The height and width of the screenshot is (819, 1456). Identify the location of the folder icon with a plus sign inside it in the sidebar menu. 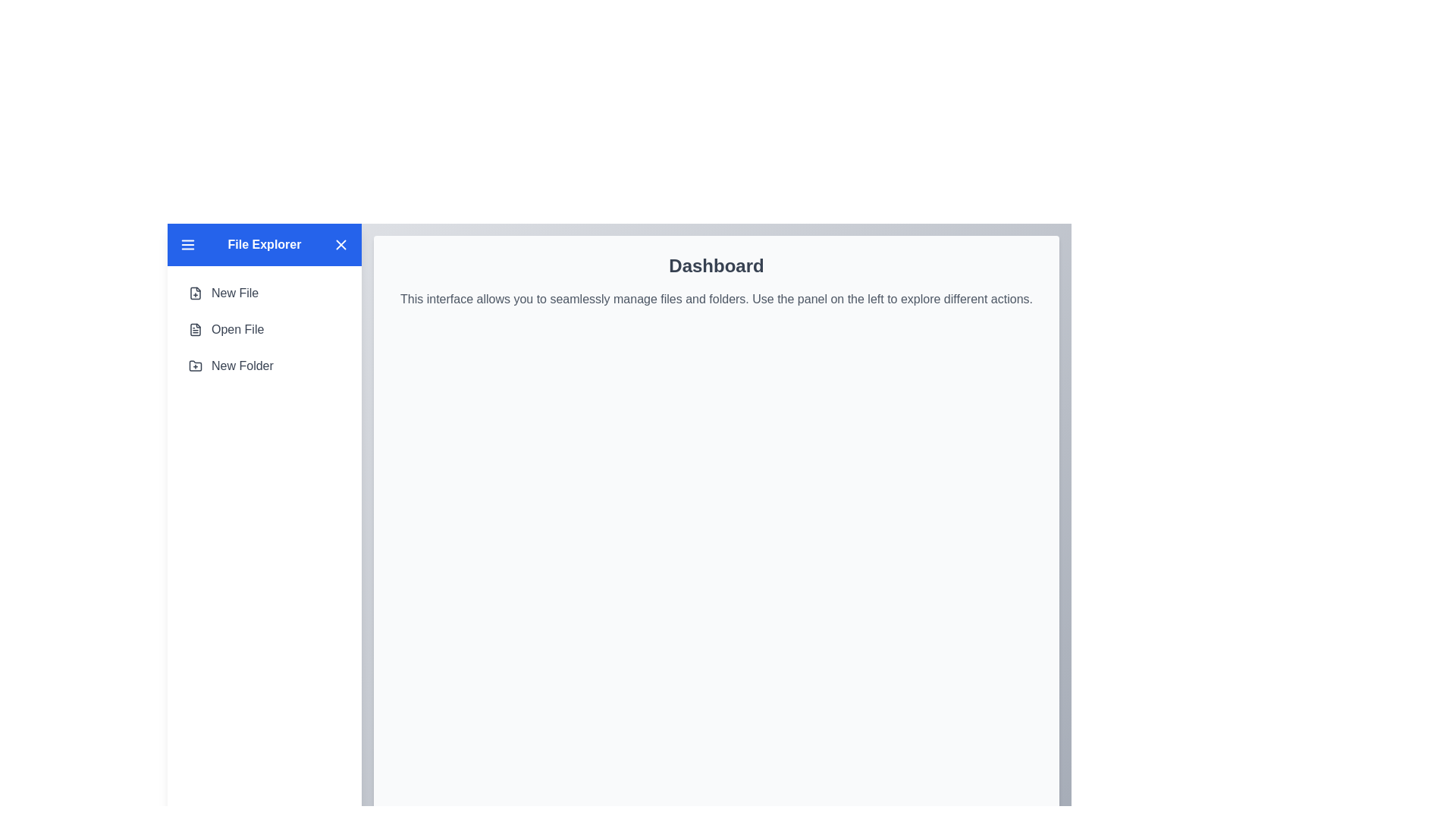
(195, 366).